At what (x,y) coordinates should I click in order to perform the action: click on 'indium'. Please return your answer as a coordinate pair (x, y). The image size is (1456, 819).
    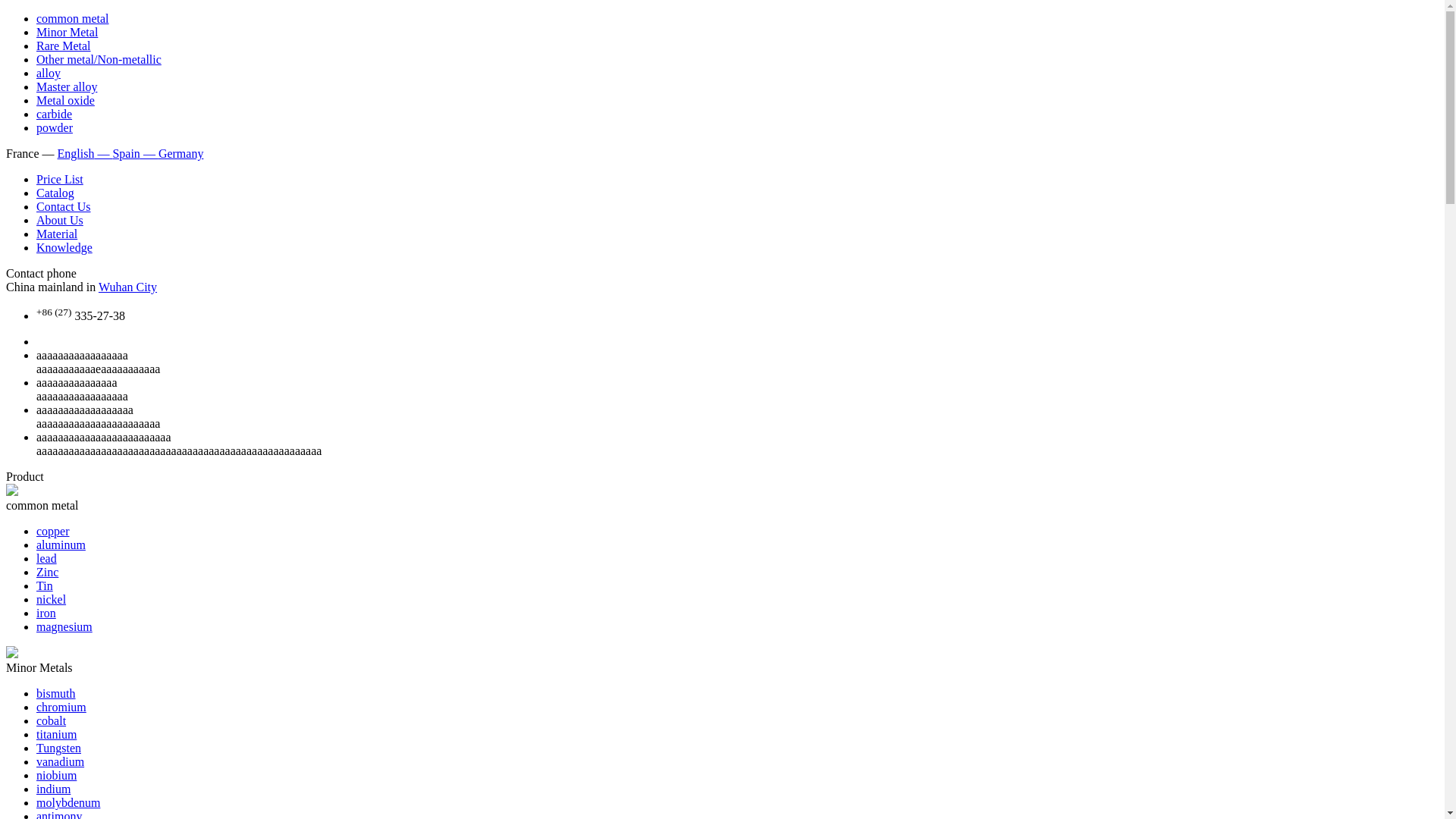
    Looking at the image, I should click on (53, 788).